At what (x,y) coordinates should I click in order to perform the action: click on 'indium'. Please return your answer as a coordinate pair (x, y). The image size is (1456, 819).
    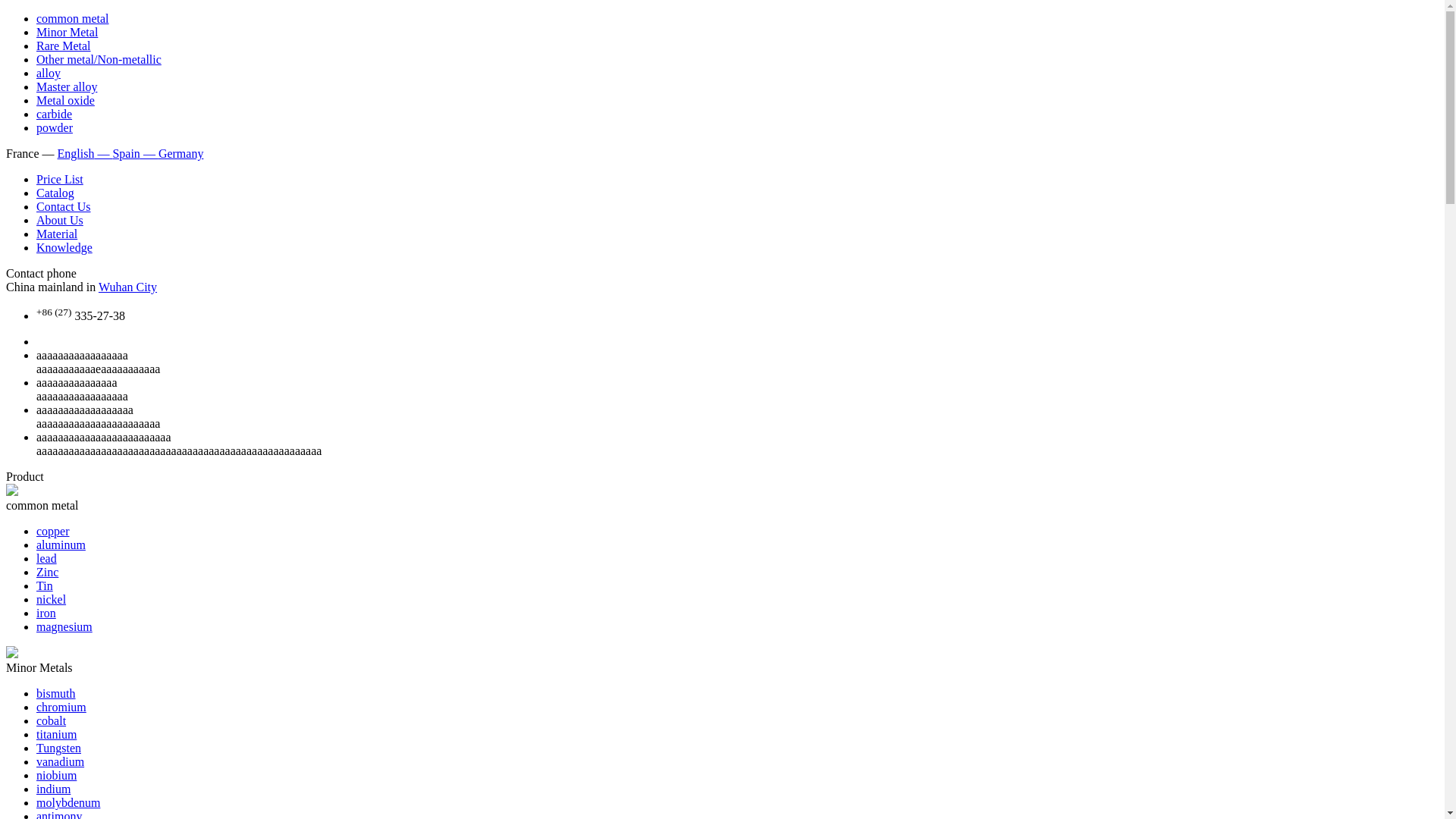
    Looking at the image, I should click on (53, 788).